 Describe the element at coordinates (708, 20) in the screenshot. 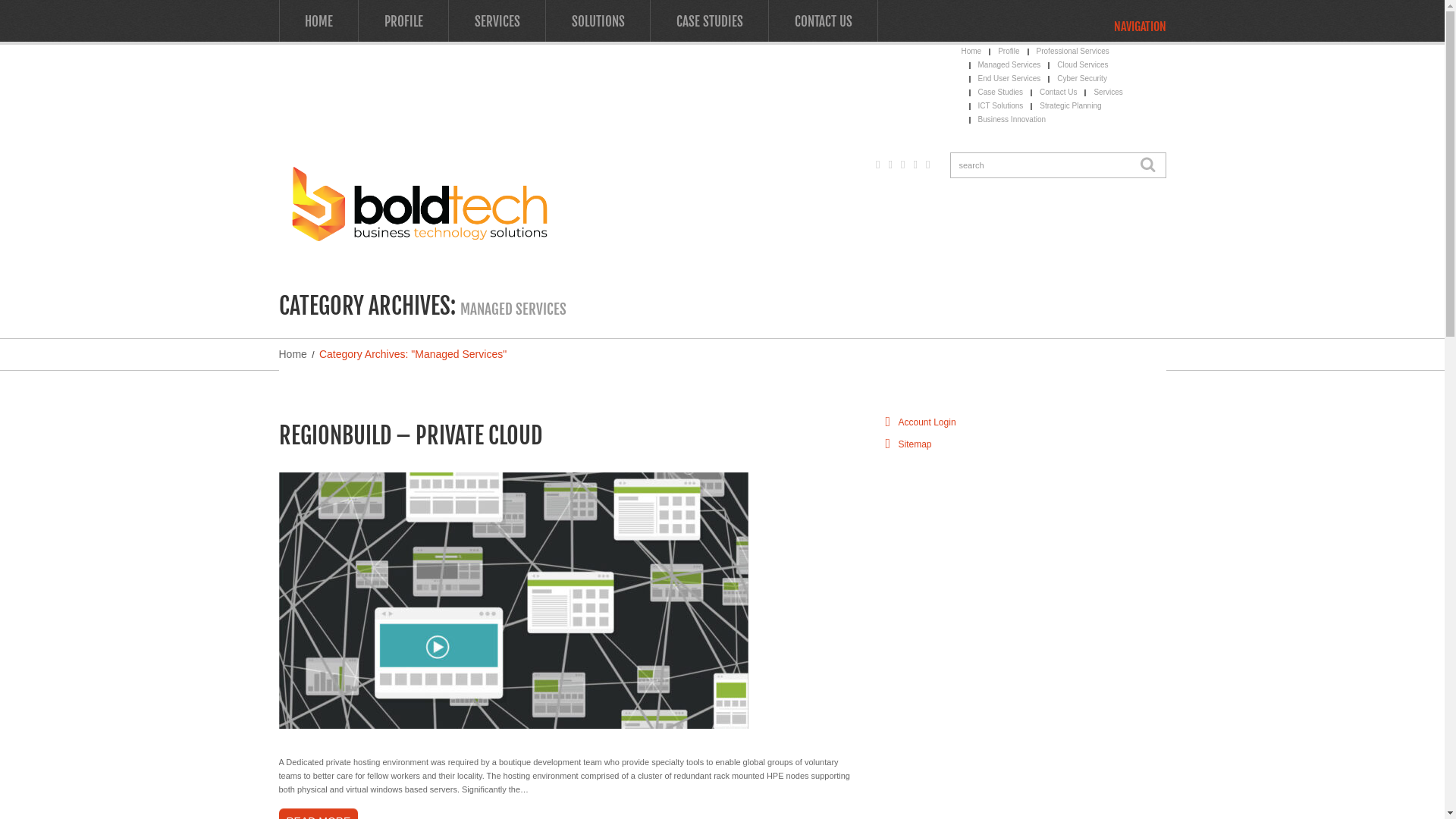

I see `'CASE STUDIES'` at that location.